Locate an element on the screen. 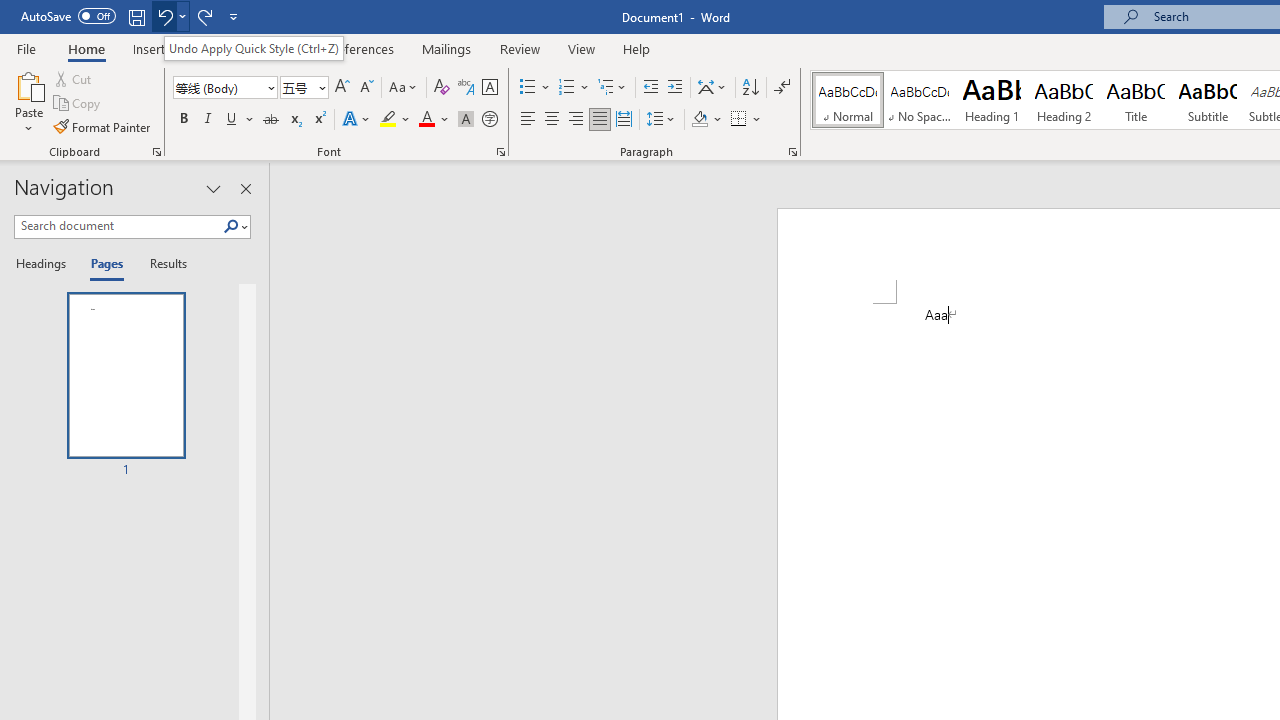 The width and height of the screenshot is (1280, 720). 'Font Color' is located at coordinates (433, 119).